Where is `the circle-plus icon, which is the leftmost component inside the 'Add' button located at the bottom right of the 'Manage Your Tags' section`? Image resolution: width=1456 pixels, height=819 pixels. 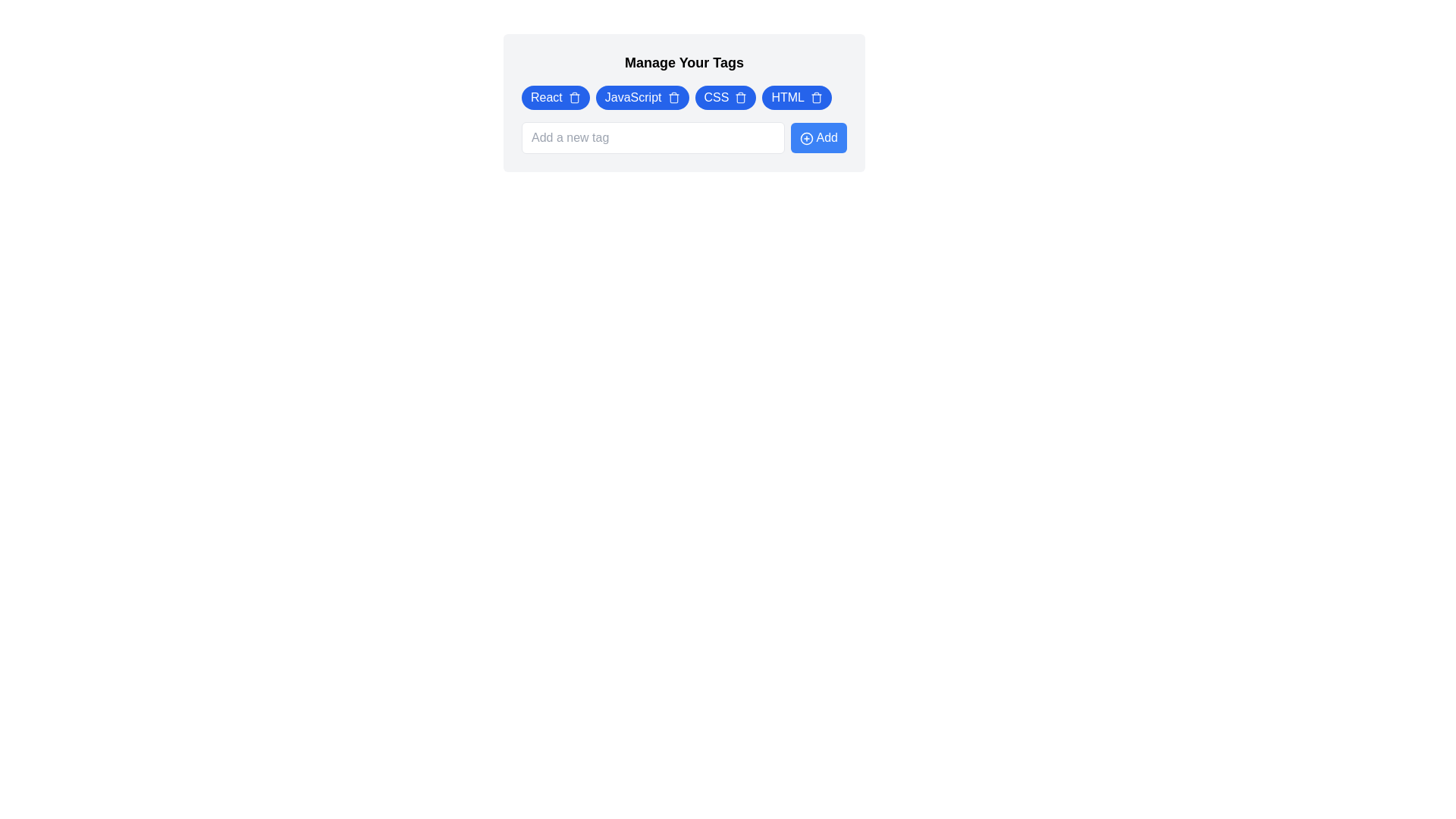
the circle-plus icon, which is the leftmost component inside the 'Add' button located at the bottom right of the 'Manage Your Tags' section is located at coordinates (806, 138).